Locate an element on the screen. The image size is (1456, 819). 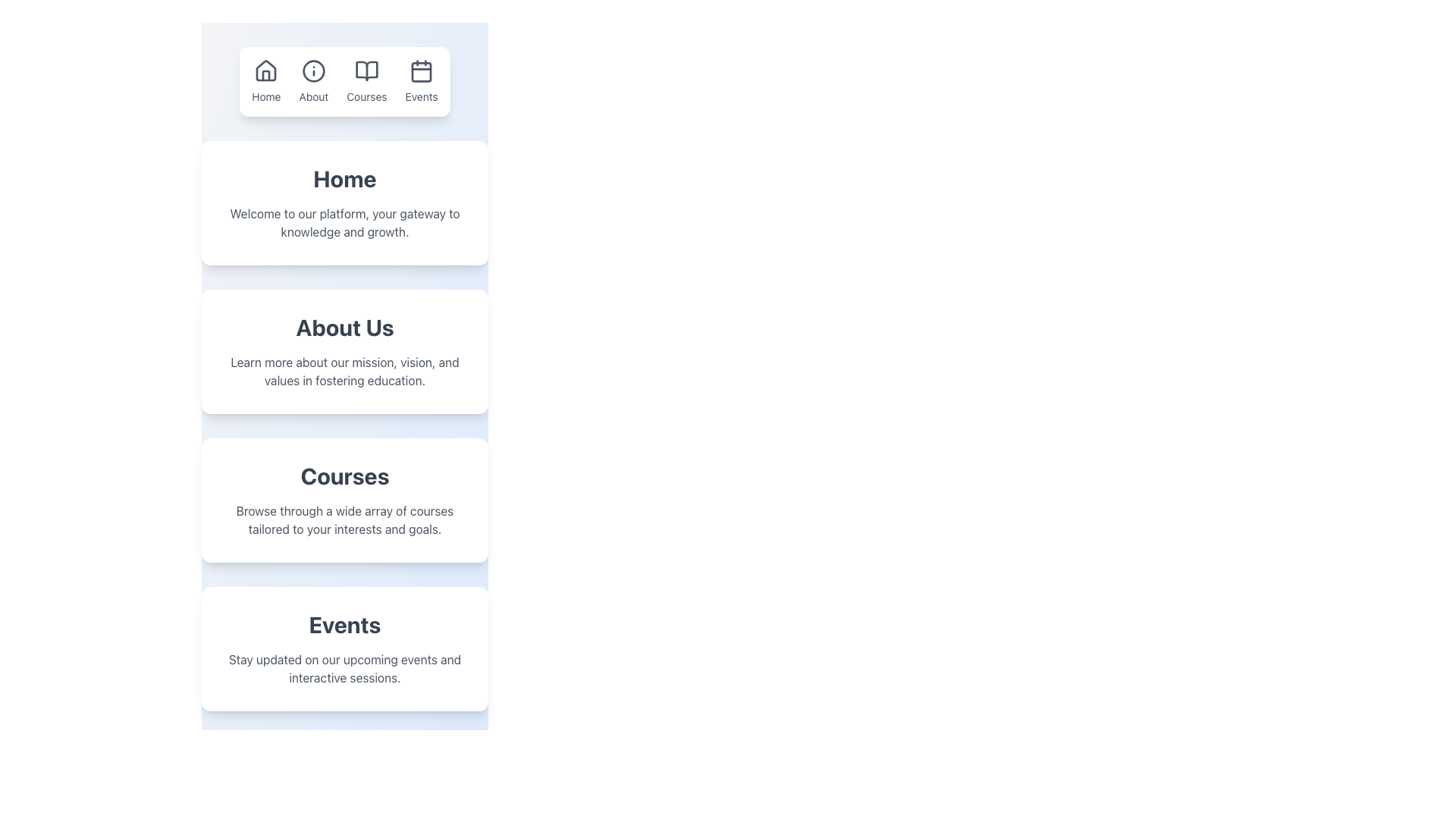
the house SVG icon located in the first position of the horizontal navigation bar is located at coordinates (266, 71).